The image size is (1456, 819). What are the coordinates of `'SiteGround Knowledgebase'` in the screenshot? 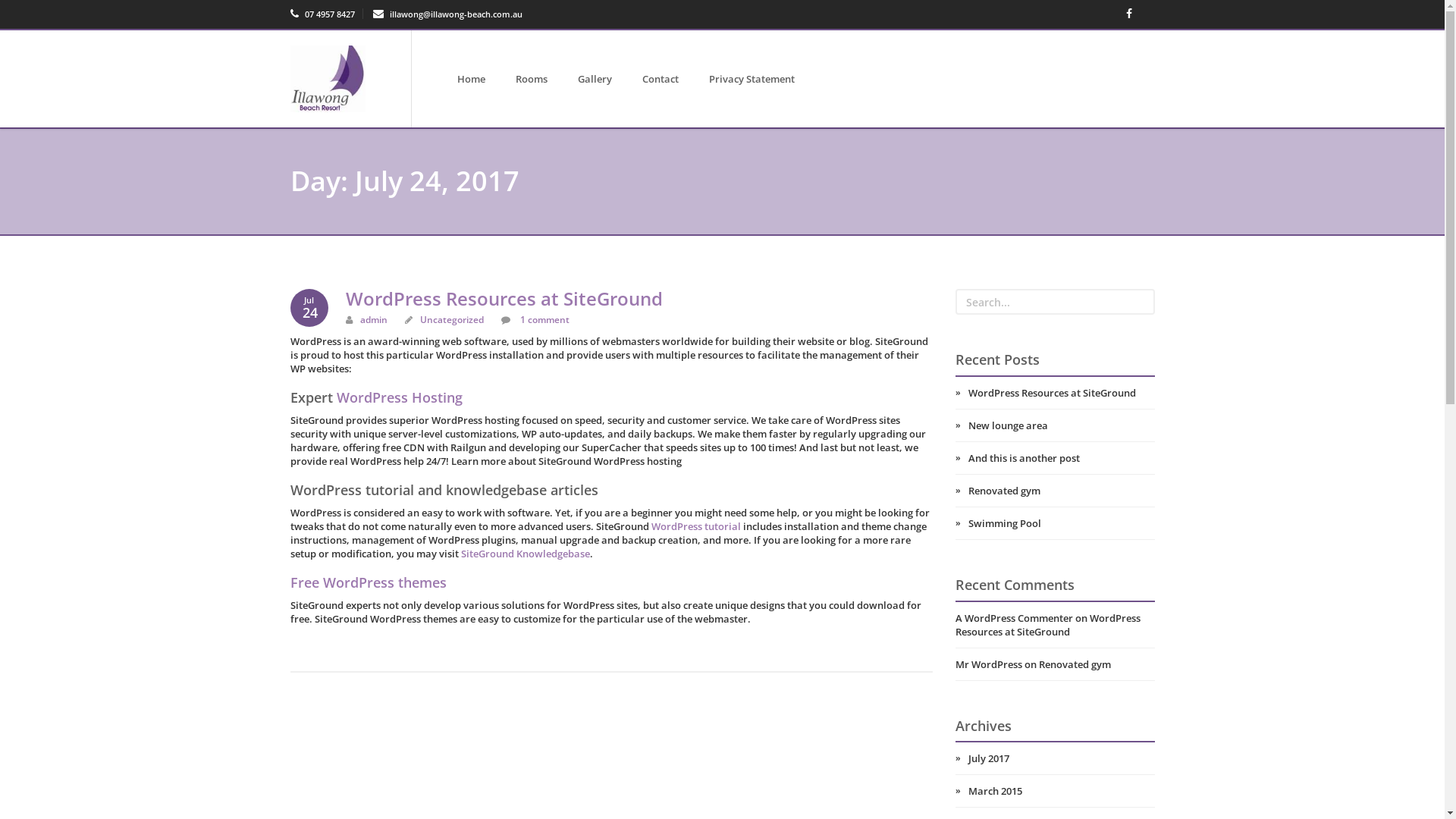 It's located at (460, 553).